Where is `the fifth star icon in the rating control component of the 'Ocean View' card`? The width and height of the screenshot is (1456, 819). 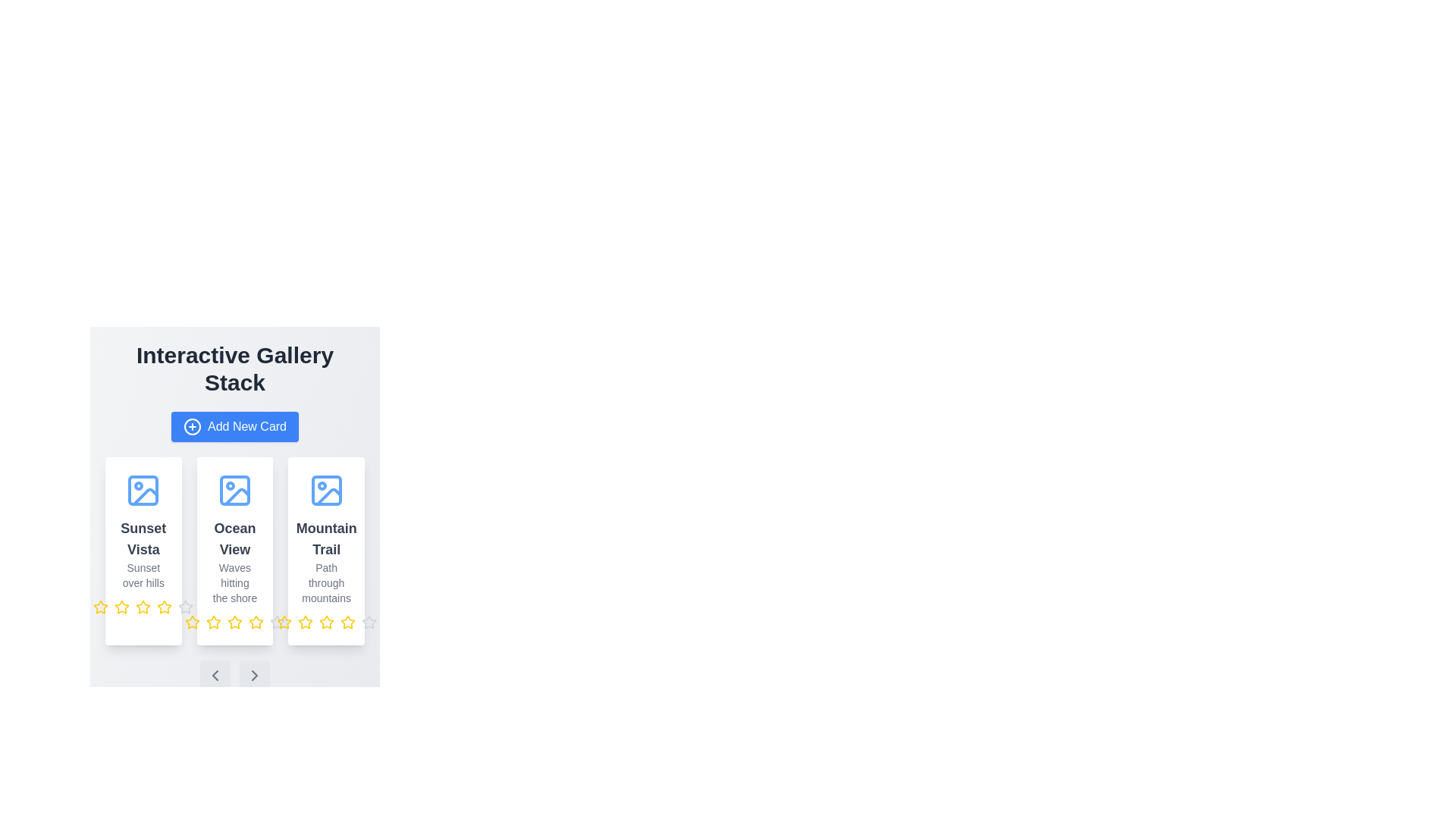 the fifth star icon in the rating control component of the 'Ocean View' card is located at coordinates (185, 607).